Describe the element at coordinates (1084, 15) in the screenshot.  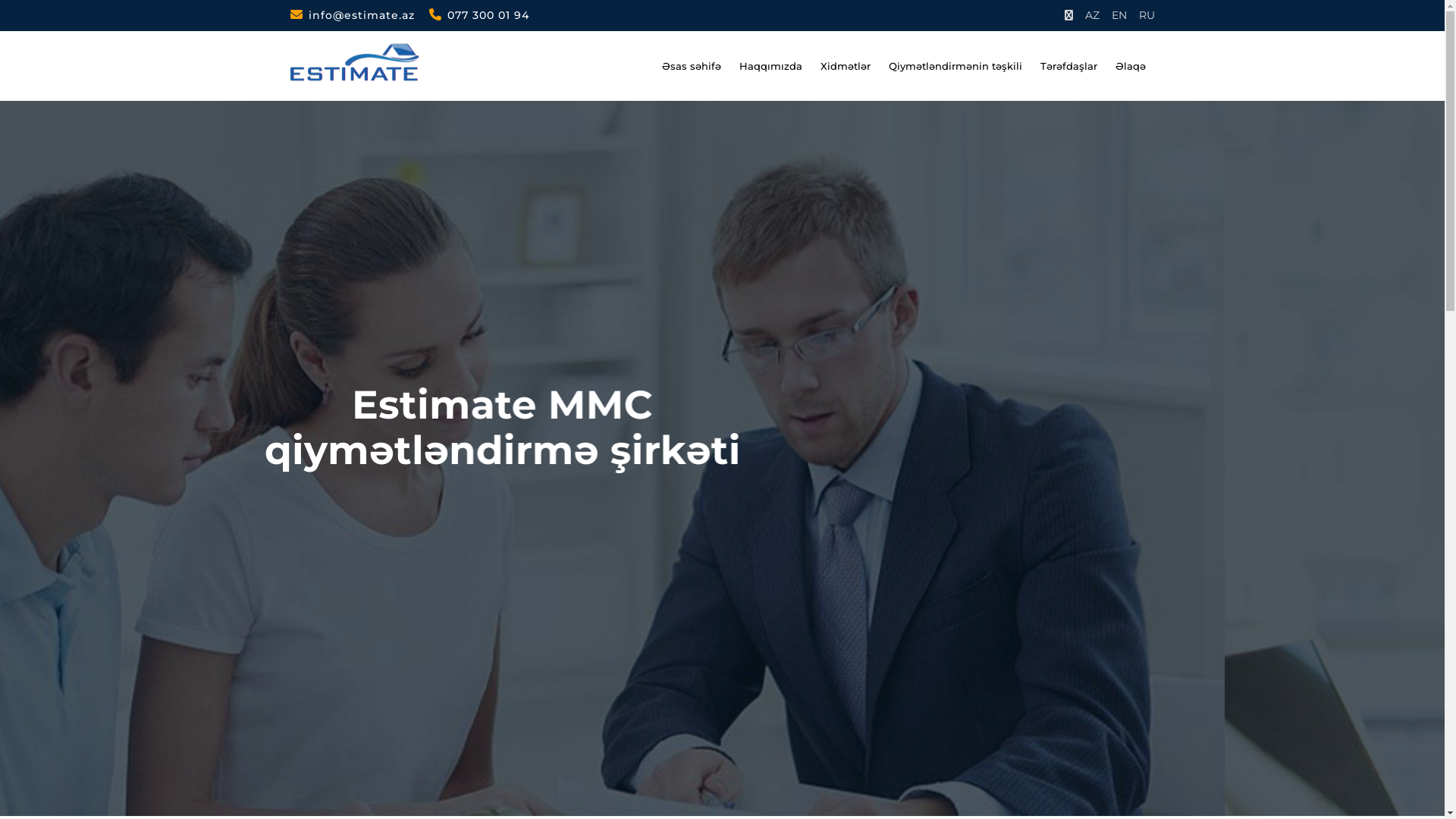
I see `'AZ'` at that location.